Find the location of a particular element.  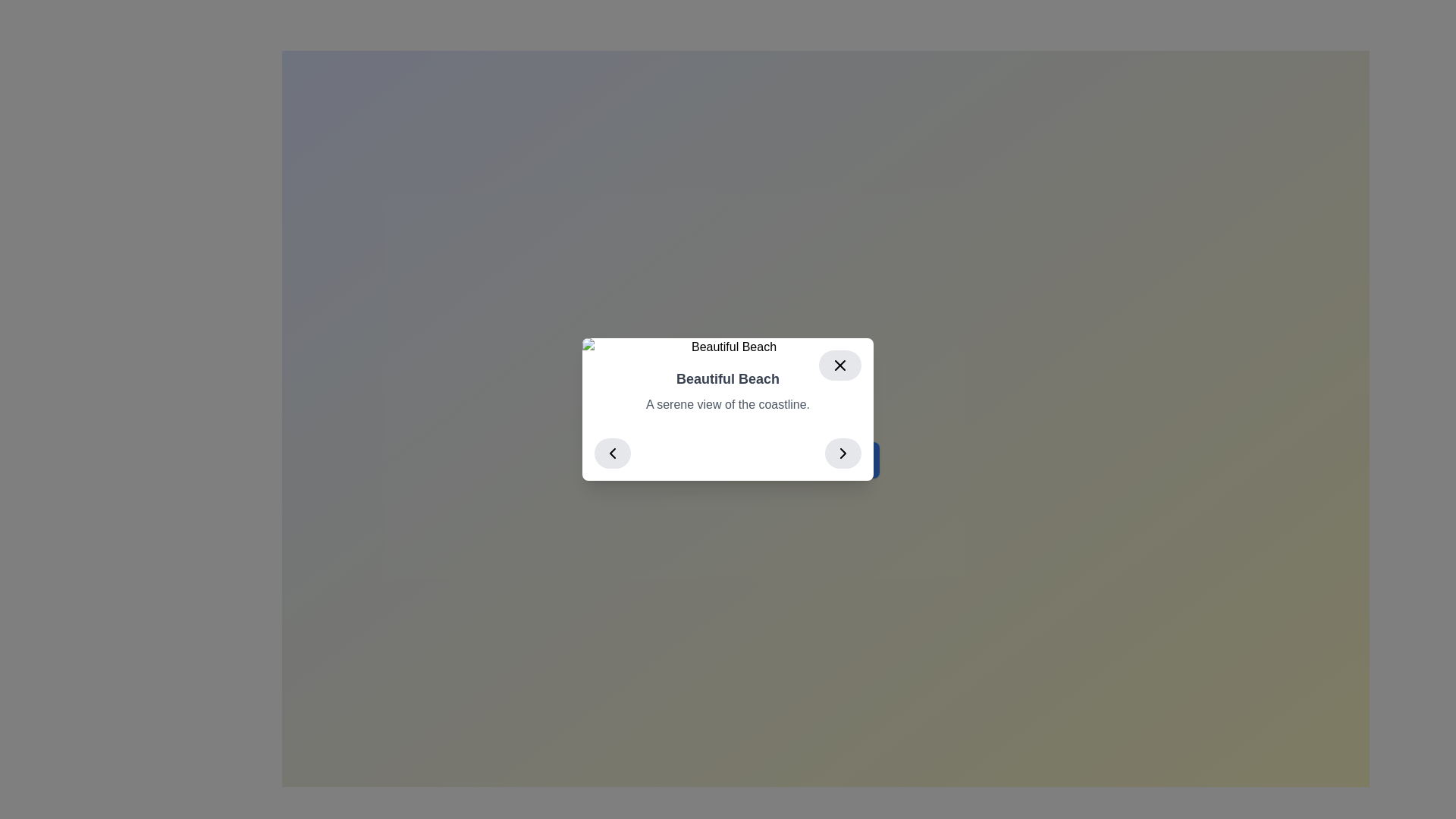

the text label that provides a supplementary description for the title 'Beautiful Beach', located immediately below the title within the popup interface is located at coordinates (728, 403).